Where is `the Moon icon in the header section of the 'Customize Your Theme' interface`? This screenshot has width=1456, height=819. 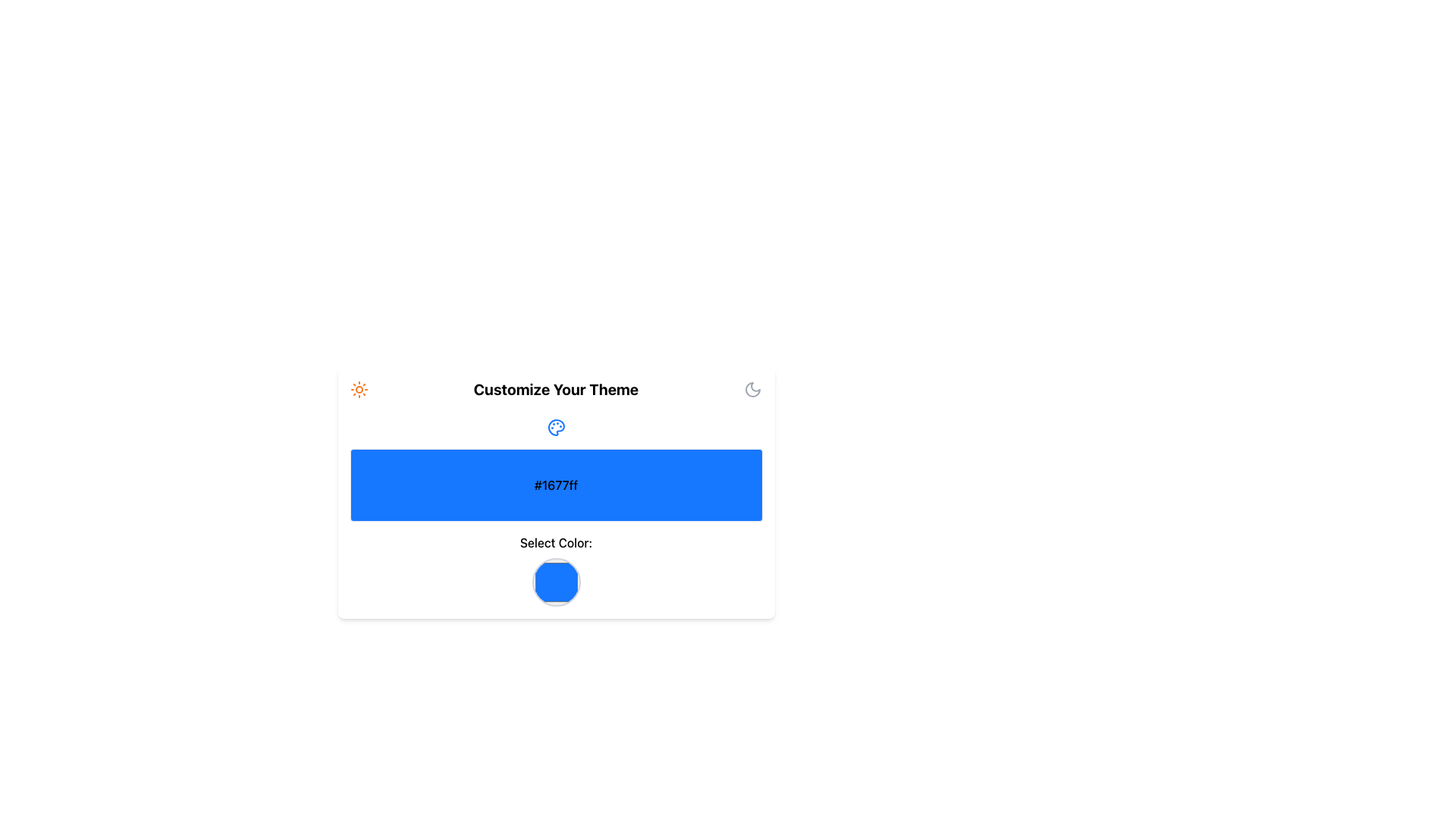
the Moon icon in the header section of the 'Customize Your Theme' interface is located at coordinates (753, 388).